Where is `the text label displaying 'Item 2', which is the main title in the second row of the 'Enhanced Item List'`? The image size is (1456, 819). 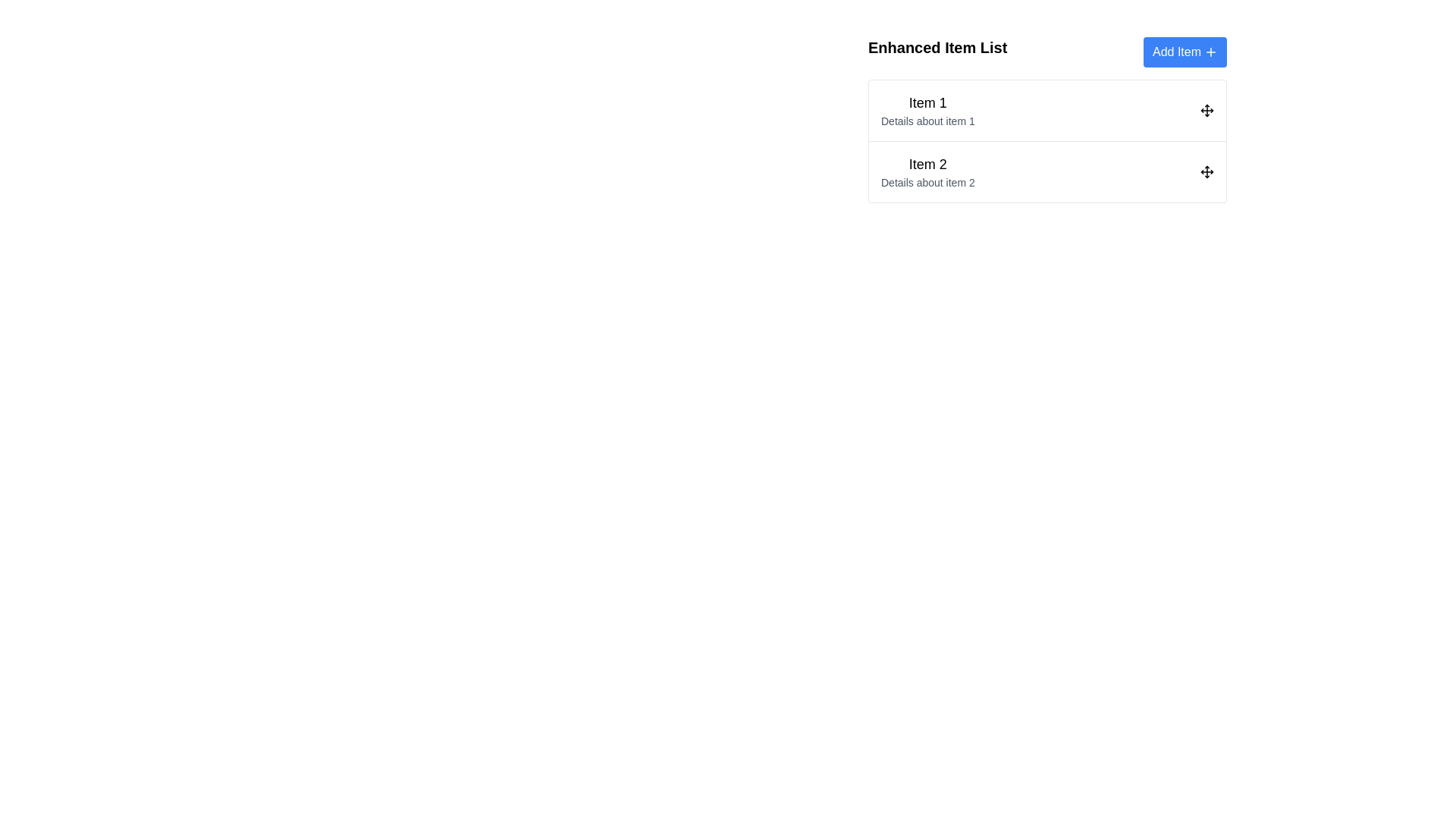 the text label displaying 'Item 2', which is the main title in the second row of the 'Enhanced Item List' is located at coordinates (927, 164).